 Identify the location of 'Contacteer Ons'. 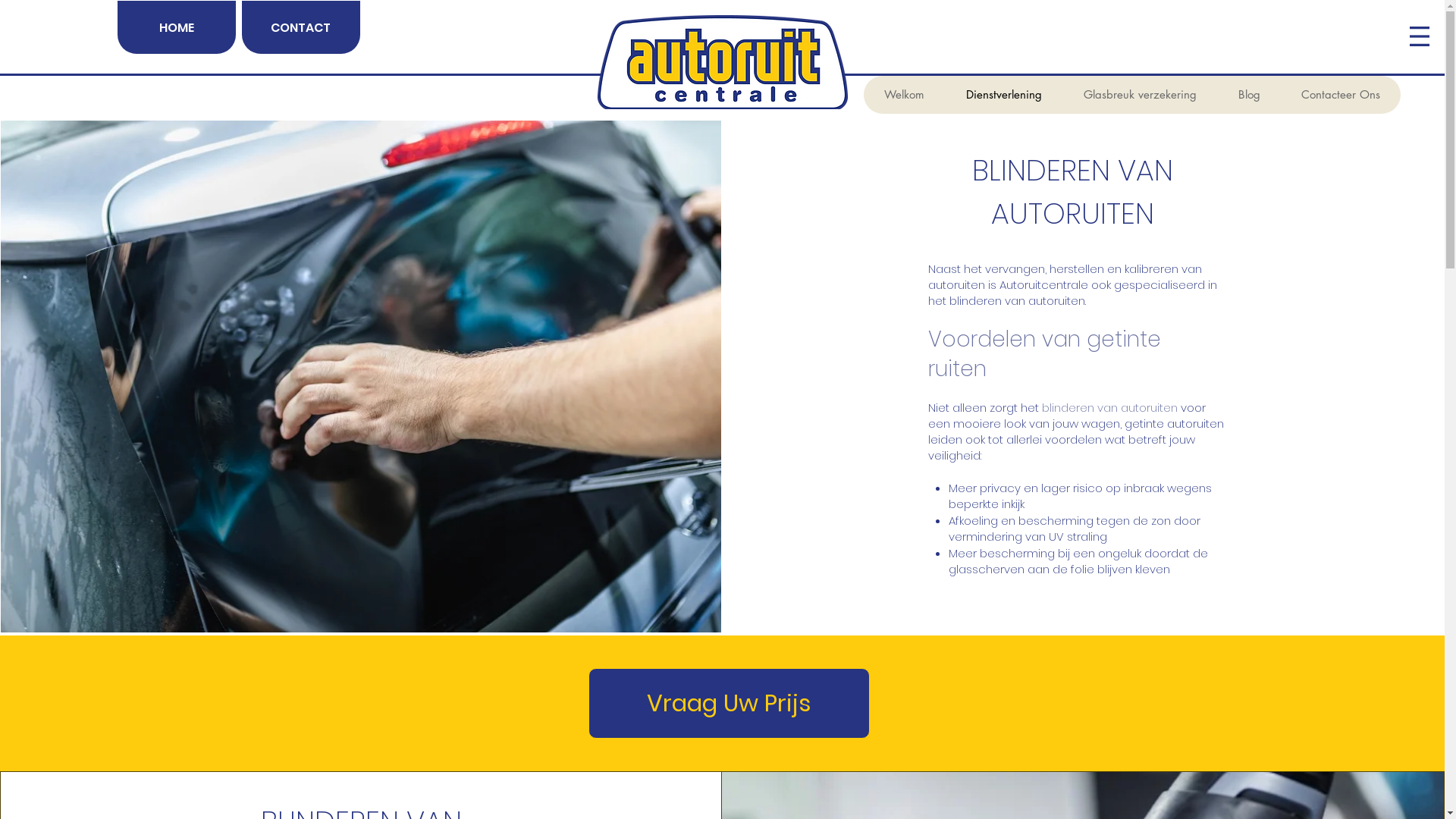
(1339, 94).